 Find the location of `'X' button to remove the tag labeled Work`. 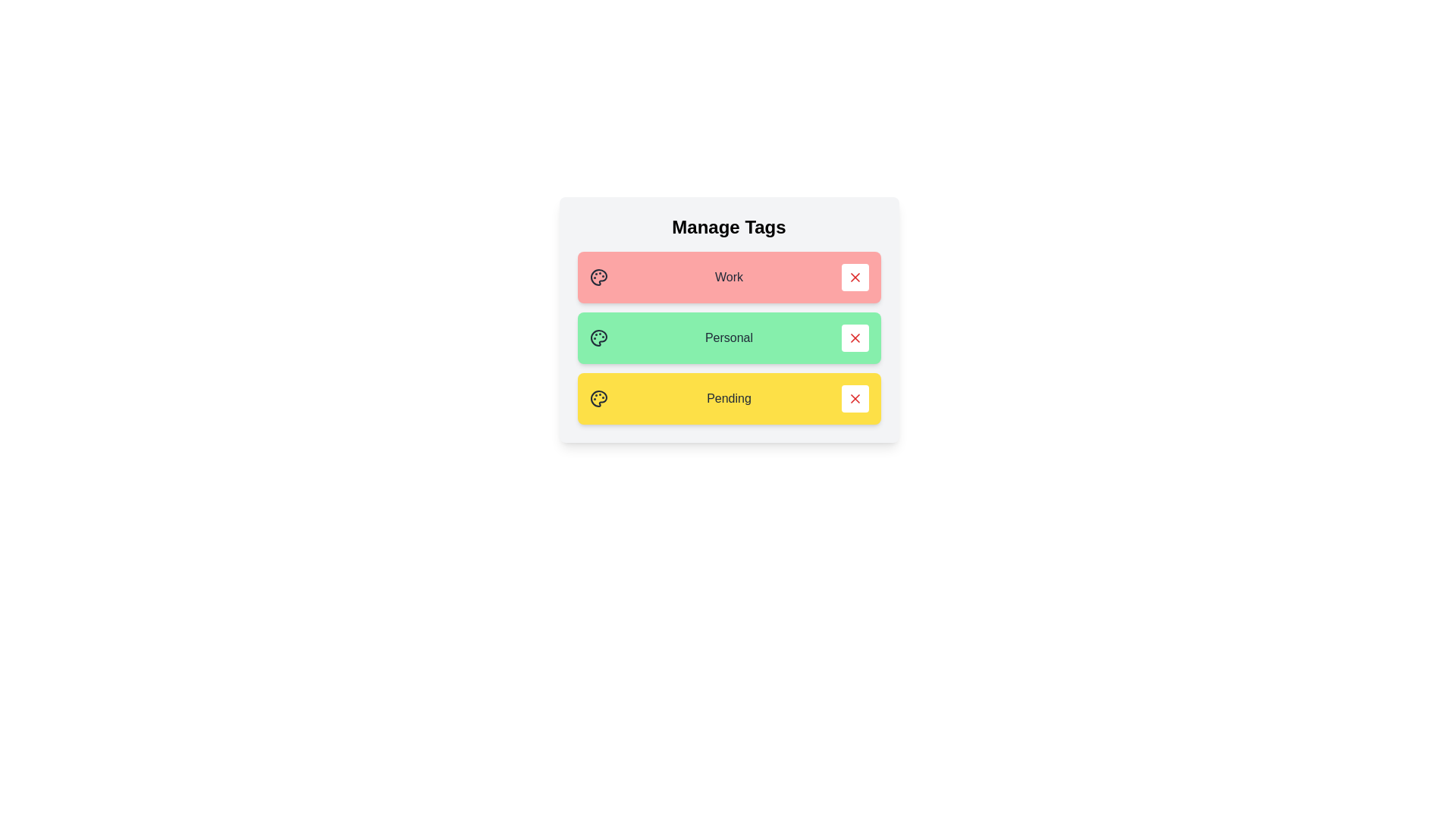

'X' button to remove the tag labeled Work is located at coordinates (855, 278).